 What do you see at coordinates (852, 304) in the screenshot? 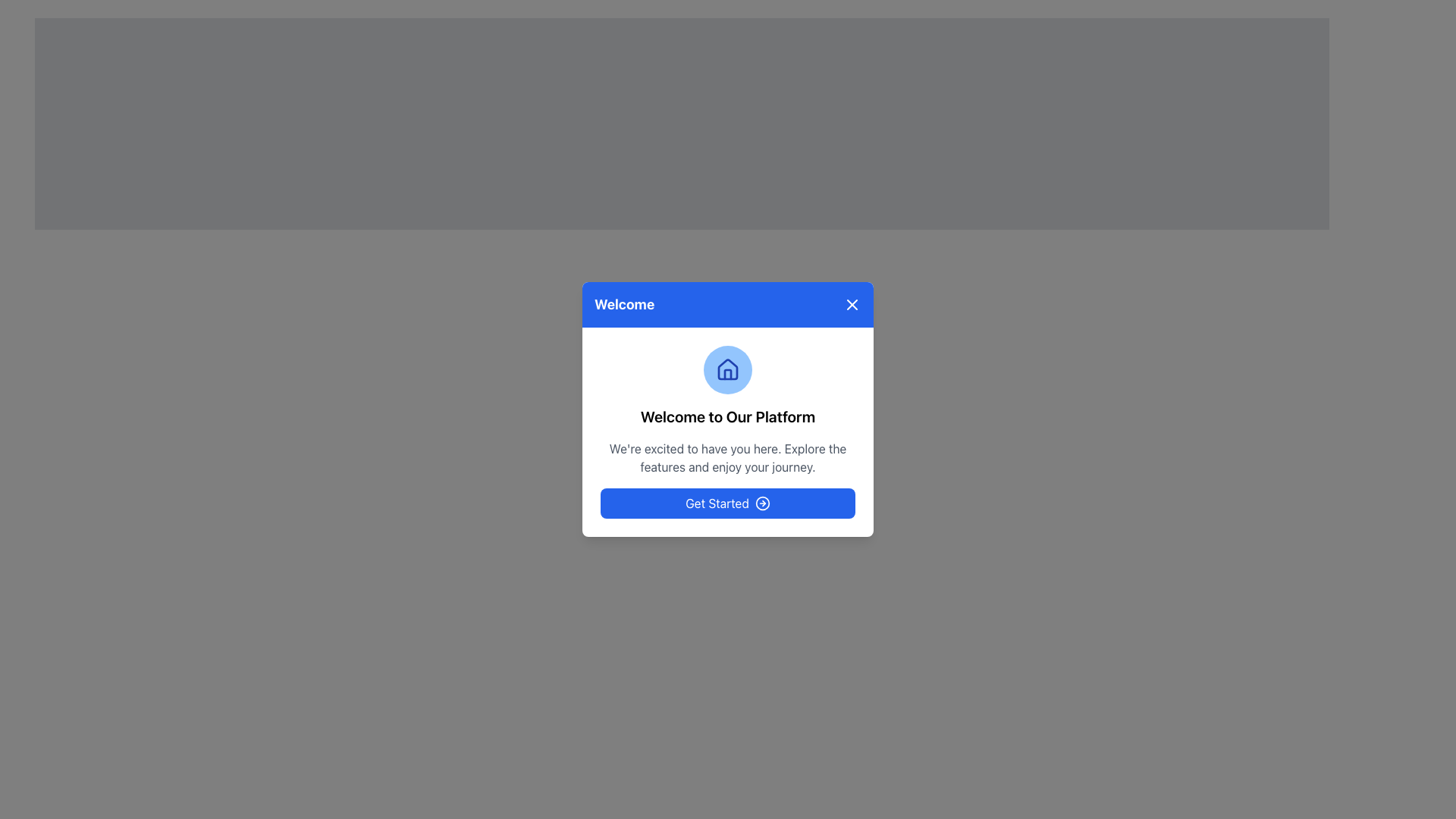
I see `the close icon ('X') located in the top-right corner of the 'Welcome' modal dialog` at bounding box center [852, 304].